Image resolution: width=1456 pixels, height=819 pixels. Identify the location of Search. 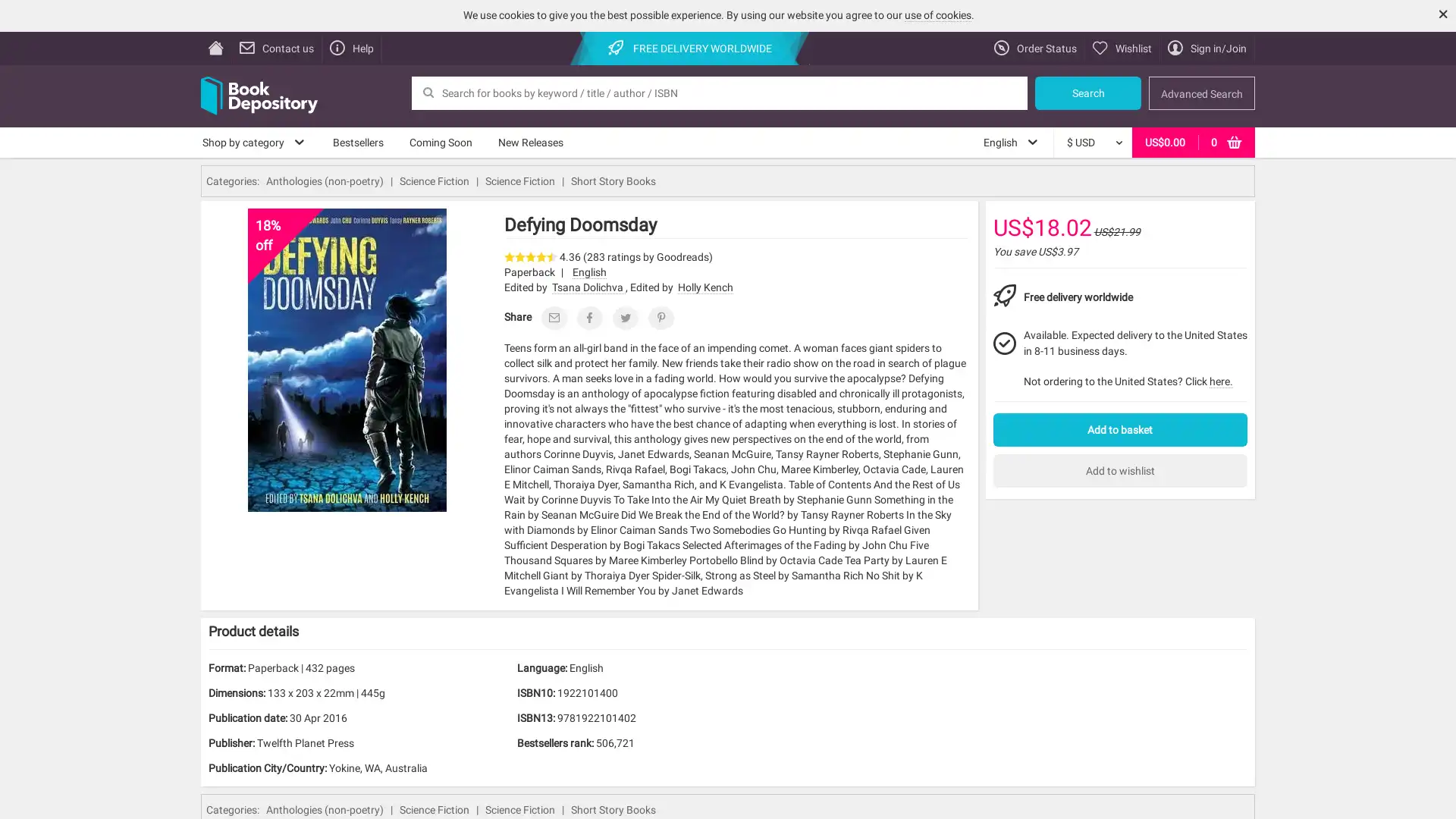
(1087, 93).